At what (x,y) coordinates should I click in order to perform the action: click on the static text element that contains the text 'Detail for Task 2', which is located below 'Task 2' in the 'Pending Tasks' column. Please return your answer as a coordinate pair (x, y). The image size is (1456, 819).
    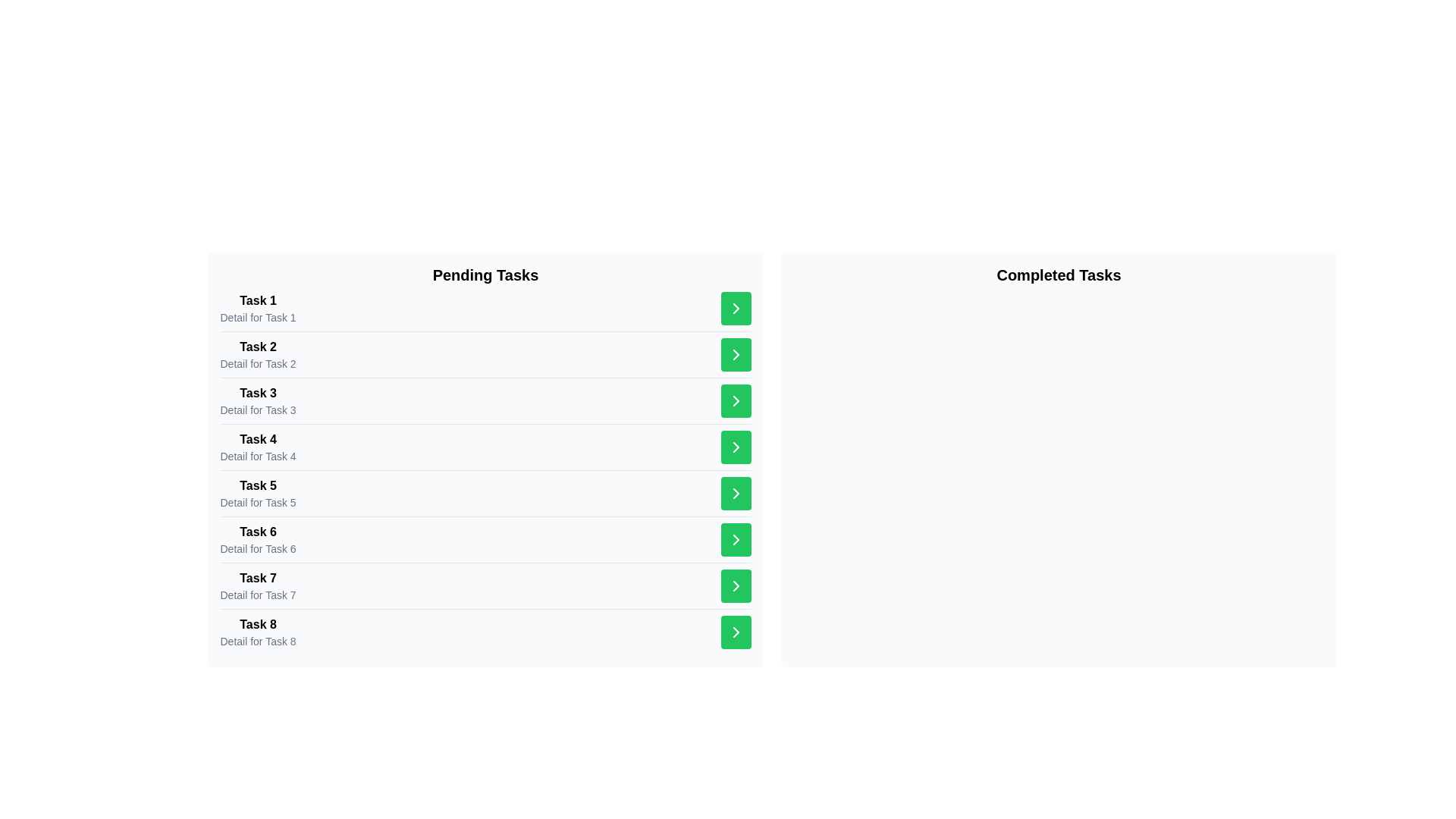
    Looking at the image, I should click on (258, 363).